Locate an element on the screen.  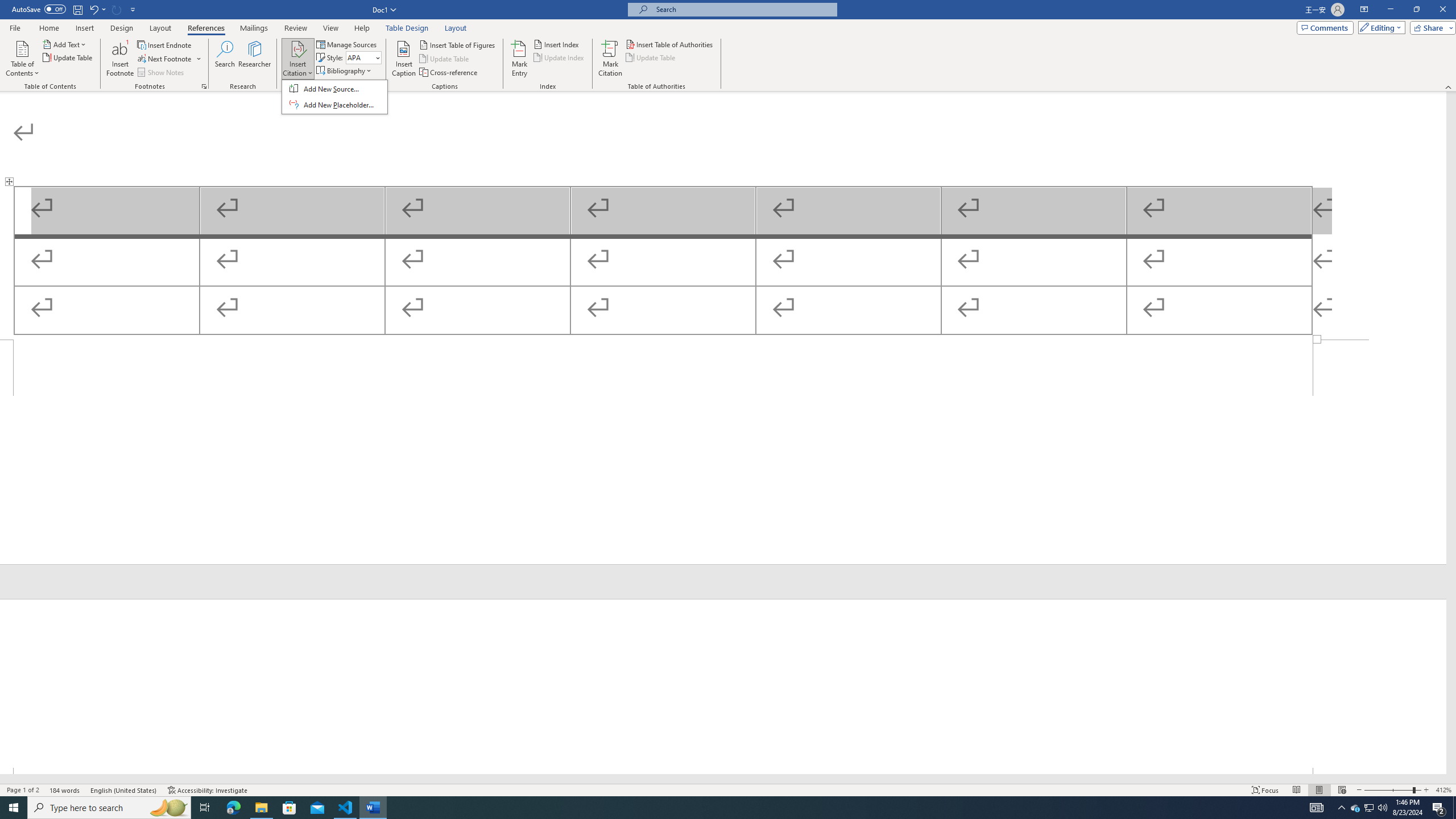
'Class: MsoCommandBar' is located at coordinates (728, 789).